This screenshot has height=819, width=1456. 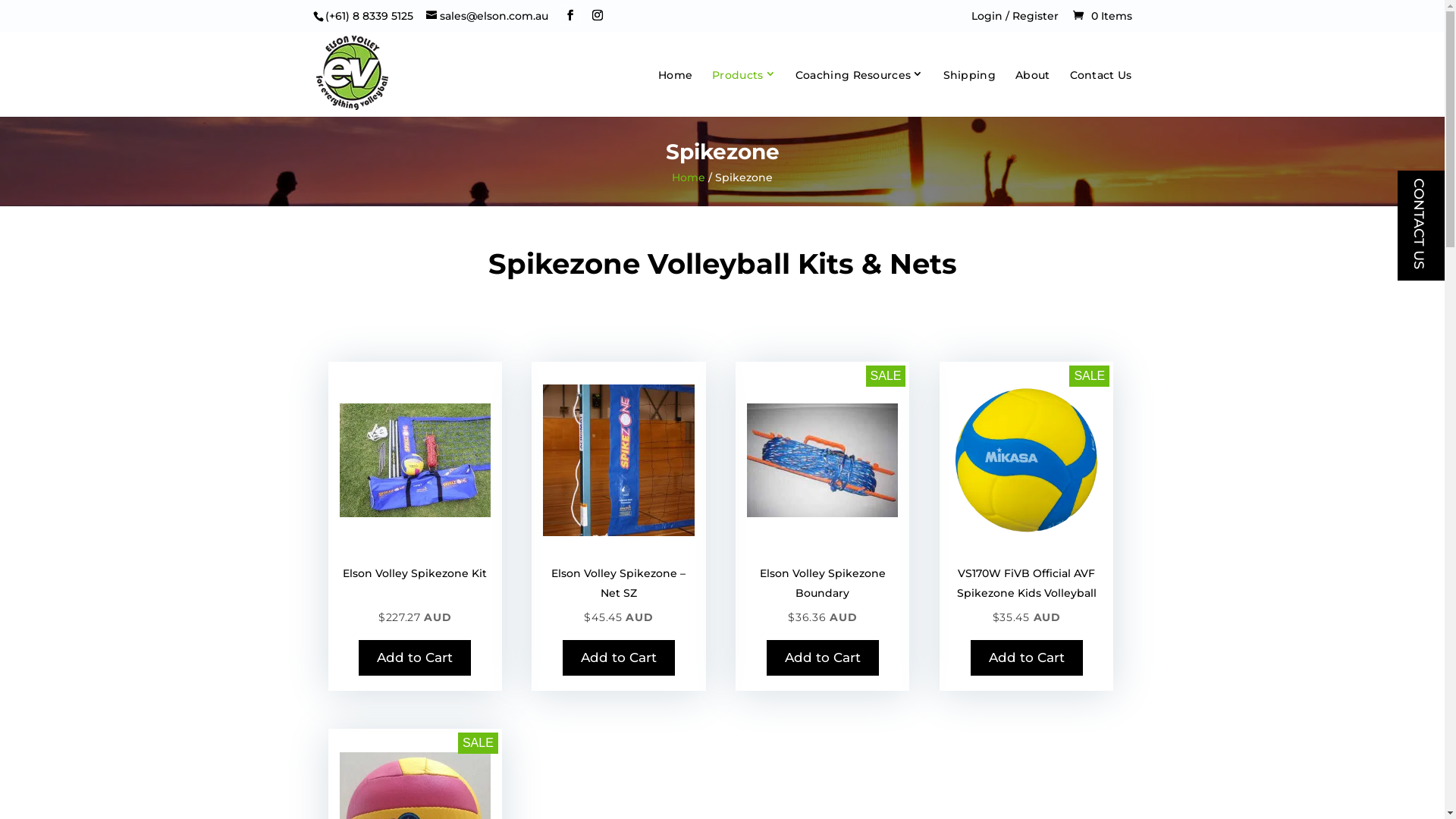 I want to click on 'Add to Cart', so click(x=415, y=657).